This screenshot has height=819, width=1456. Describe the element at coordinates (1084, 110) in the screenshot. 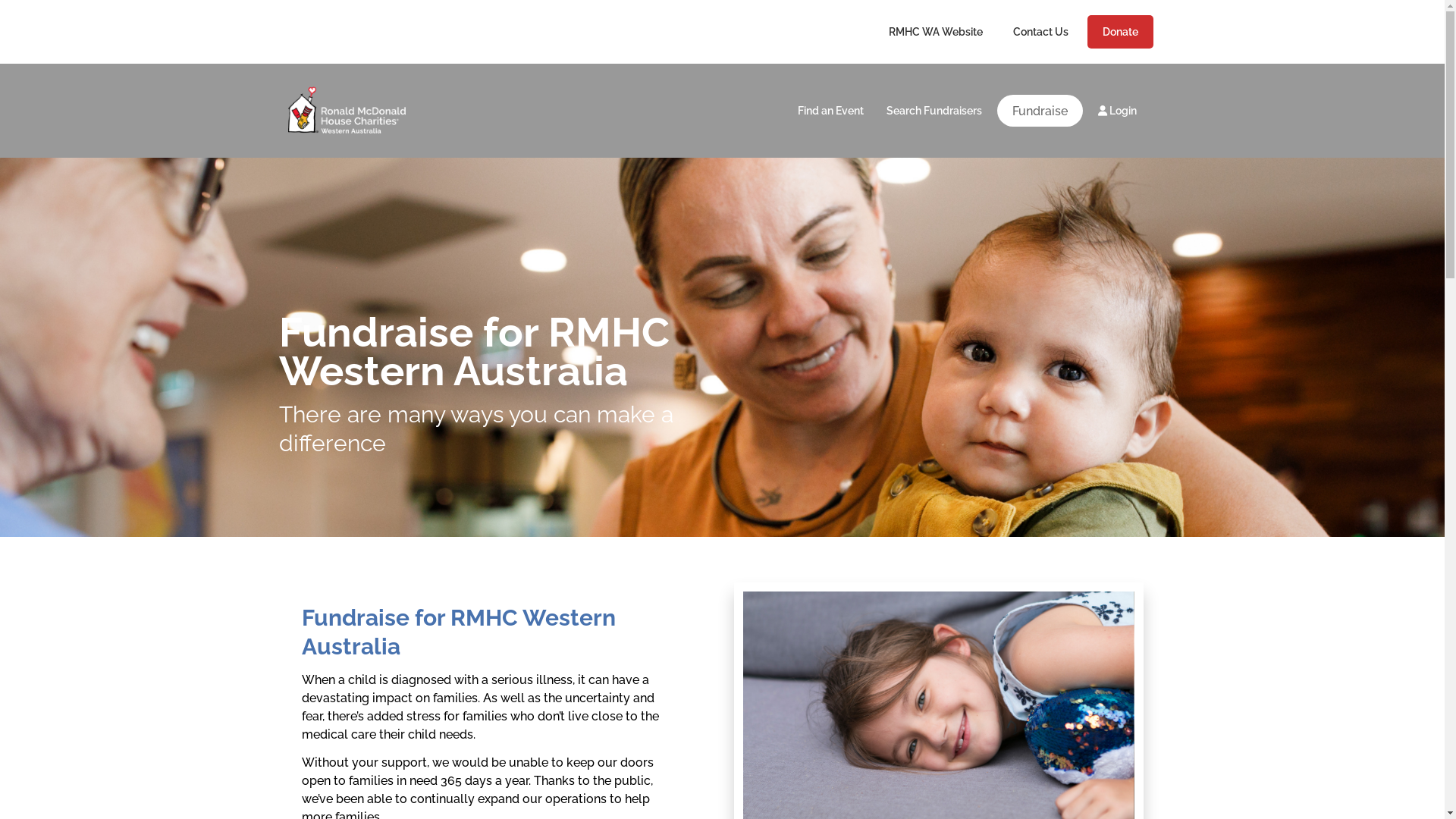

I see `'Login'` at that location.